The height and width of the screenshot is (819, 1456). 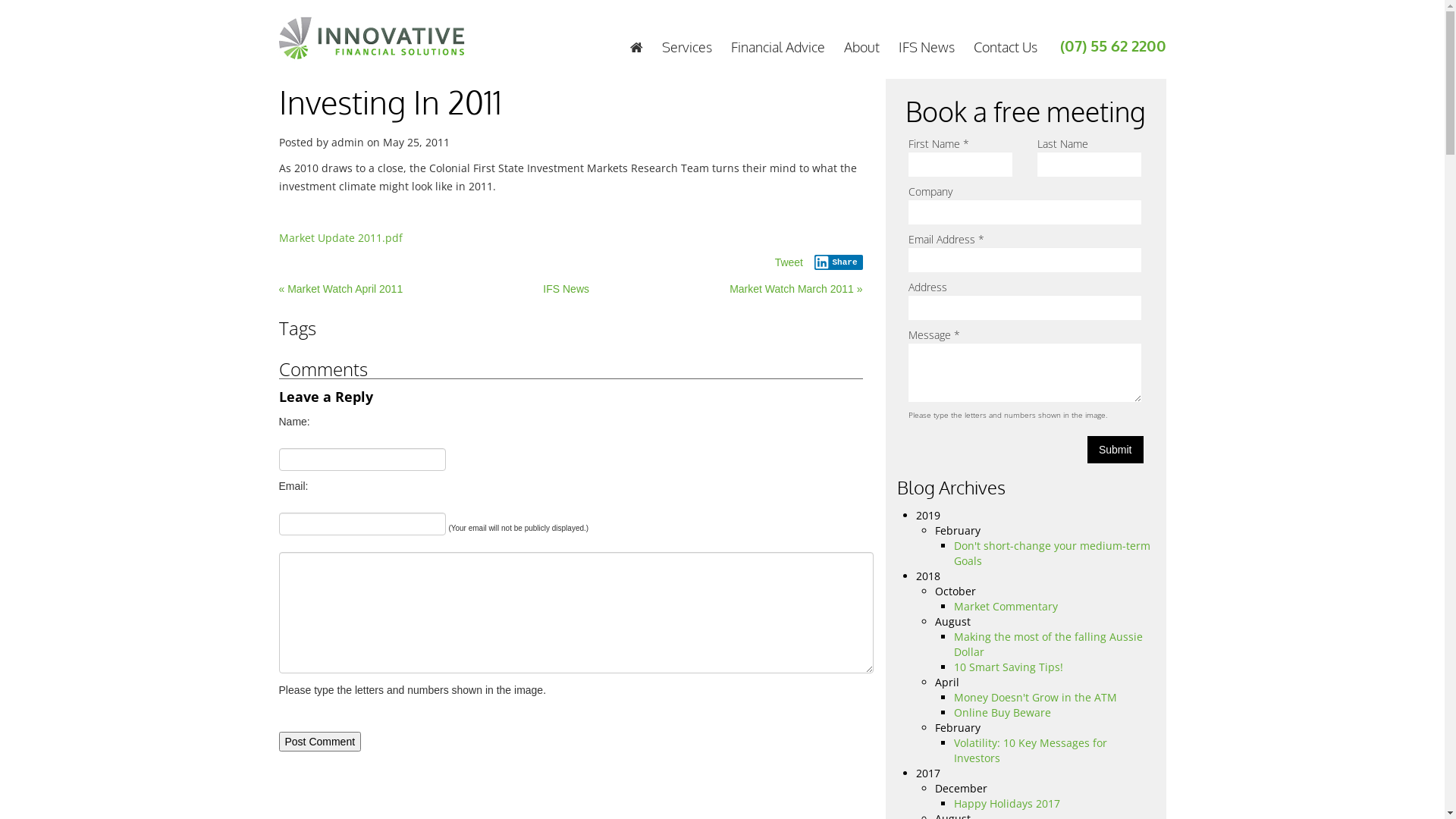 What do you see at coordinates (1030, 749) in the screenshot?
I see `'Volatility: 10 Key Messages for Investors'` at bounding box center [1030, 749].